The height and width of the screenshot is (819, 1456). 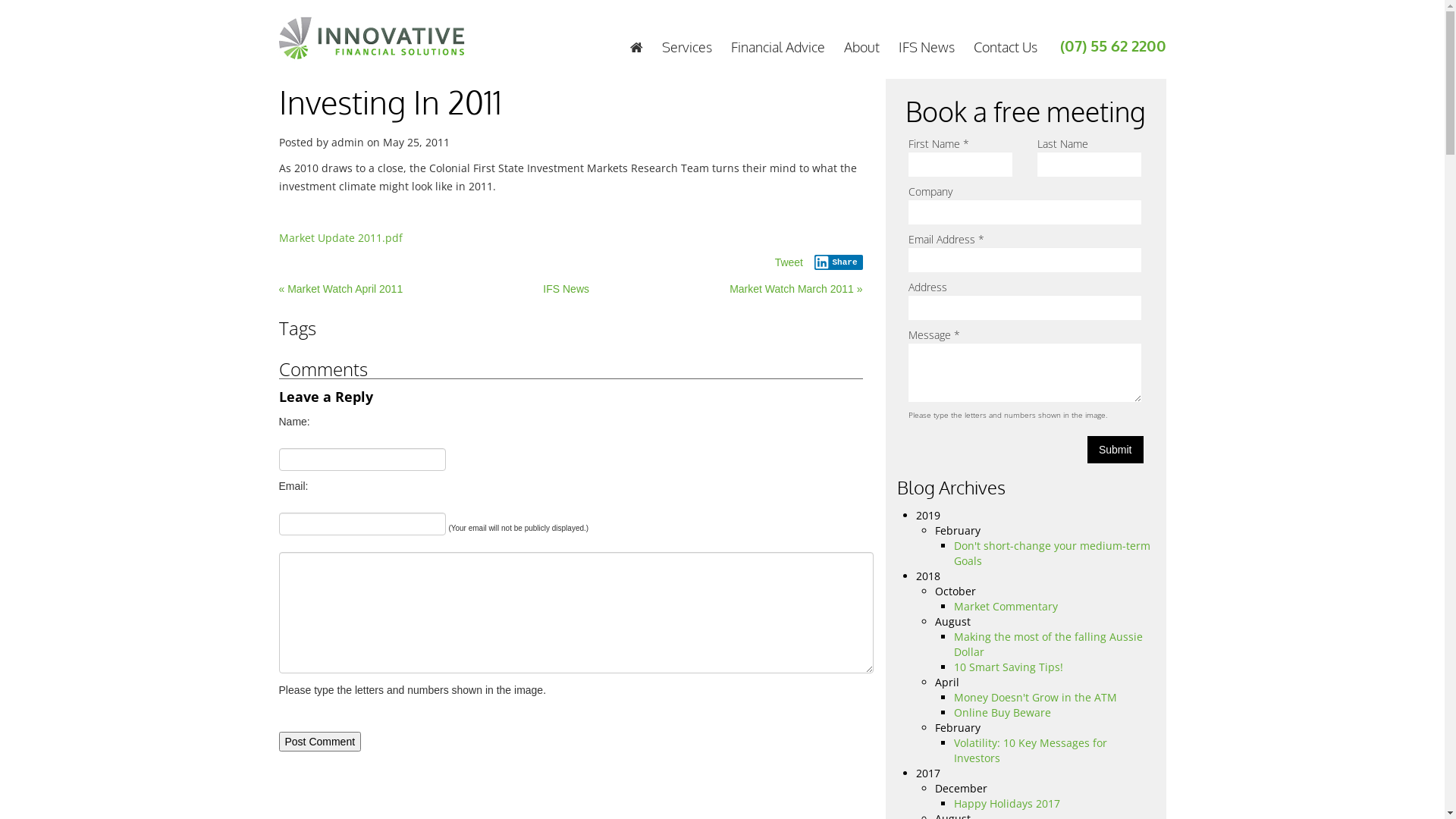 What do you see at coordinates (1030, 749) in the screenshot?
I see `'Volatility: 10 Key Messages for Investors'` at bounding box center [1030, 749].